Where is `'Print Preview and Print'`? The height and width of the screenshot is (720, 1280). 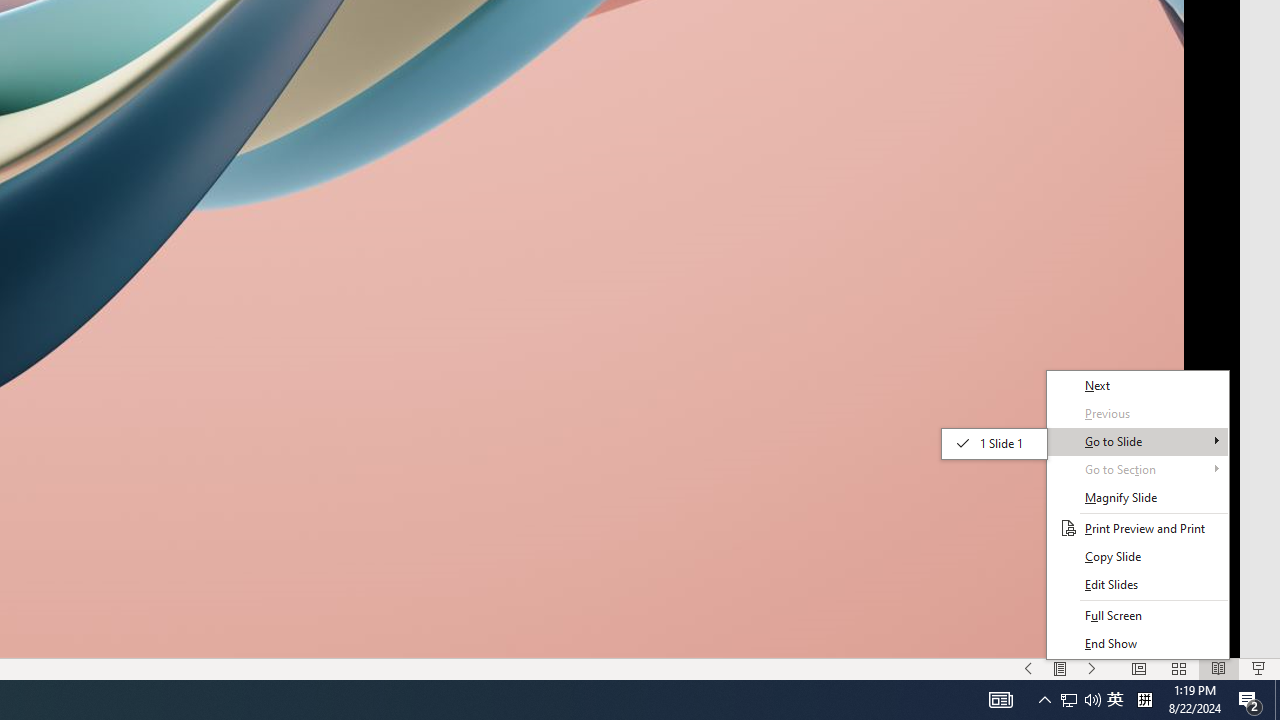 'Print Preview and Print' is located at coordinates (1137, 527).